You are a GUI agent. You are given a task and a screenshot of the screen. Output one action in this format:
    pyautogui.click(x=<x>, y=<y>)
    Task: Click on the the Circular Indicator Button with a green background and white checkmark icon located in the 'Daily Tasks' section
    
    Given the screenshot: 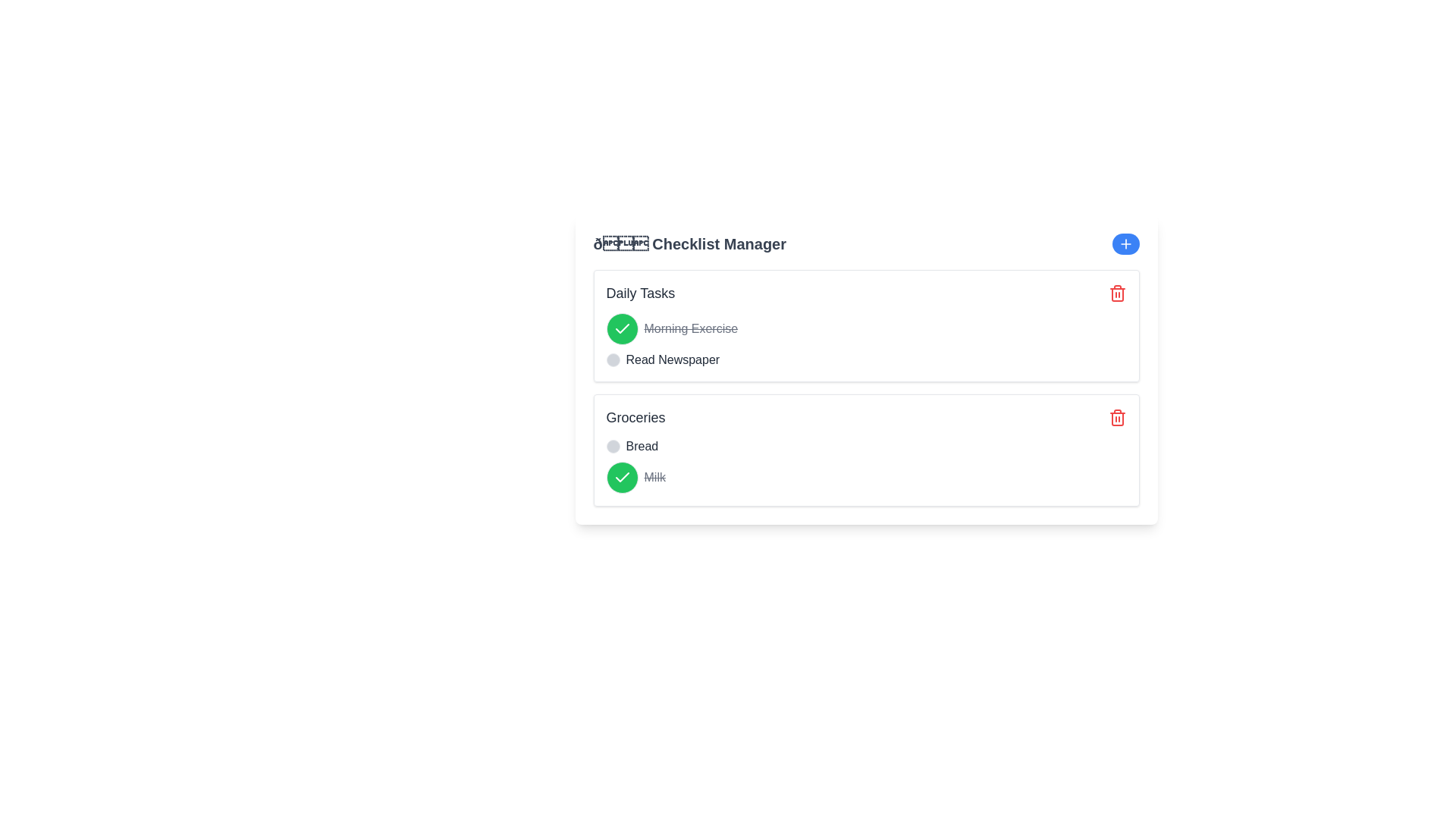 What is the action you would take?
    pyautogui.click(x=622, y=328)
    